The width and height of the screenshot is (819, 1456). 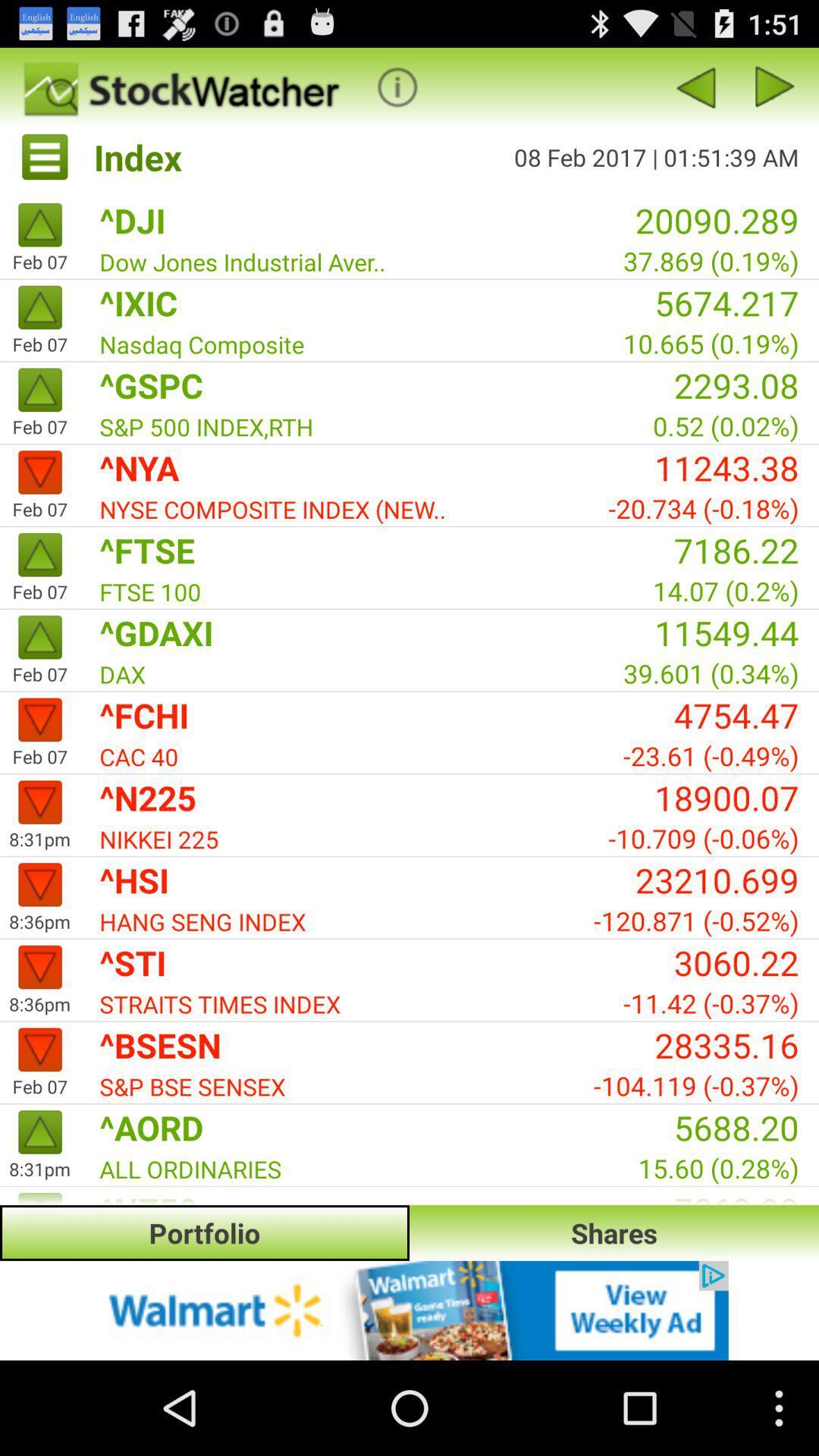 What do you see at coordinates (695, 93) in the screenshot?
I see `the arrow_backward icon` at bounding box center [695, 93].